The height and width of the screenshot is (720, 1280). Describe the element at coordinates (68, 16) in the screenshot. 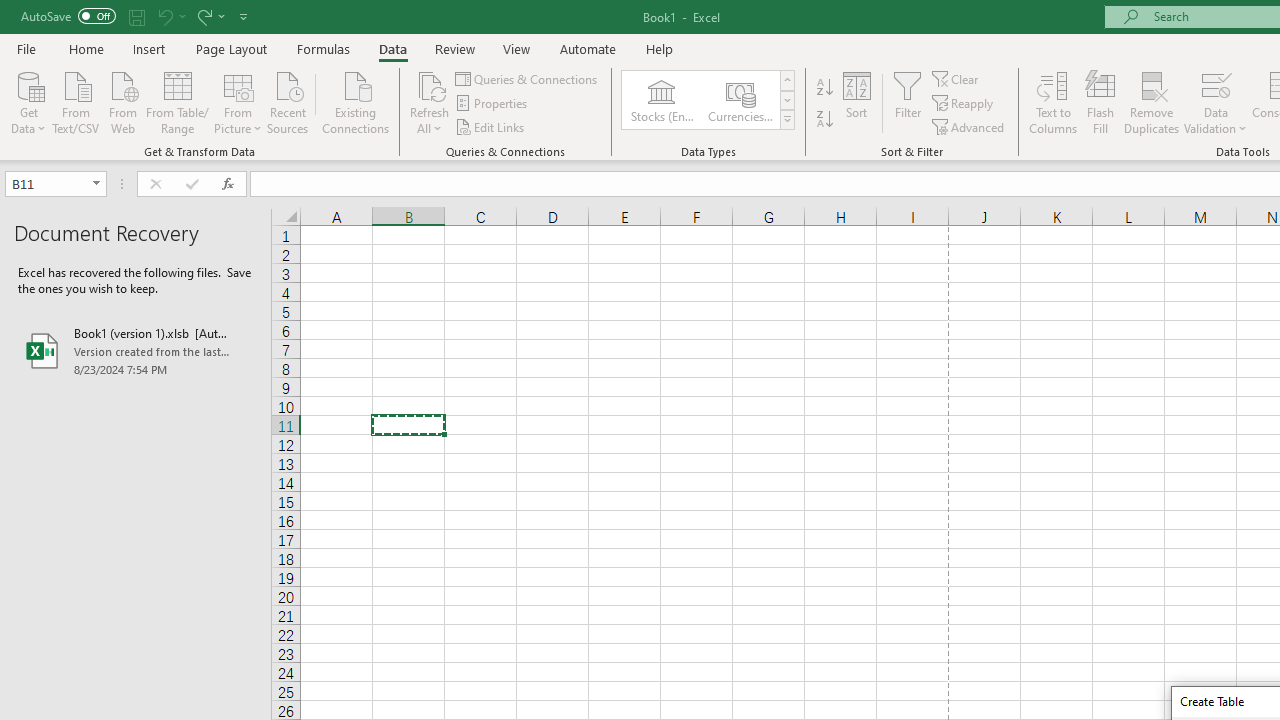

I see `'AutoSave'` at that location.